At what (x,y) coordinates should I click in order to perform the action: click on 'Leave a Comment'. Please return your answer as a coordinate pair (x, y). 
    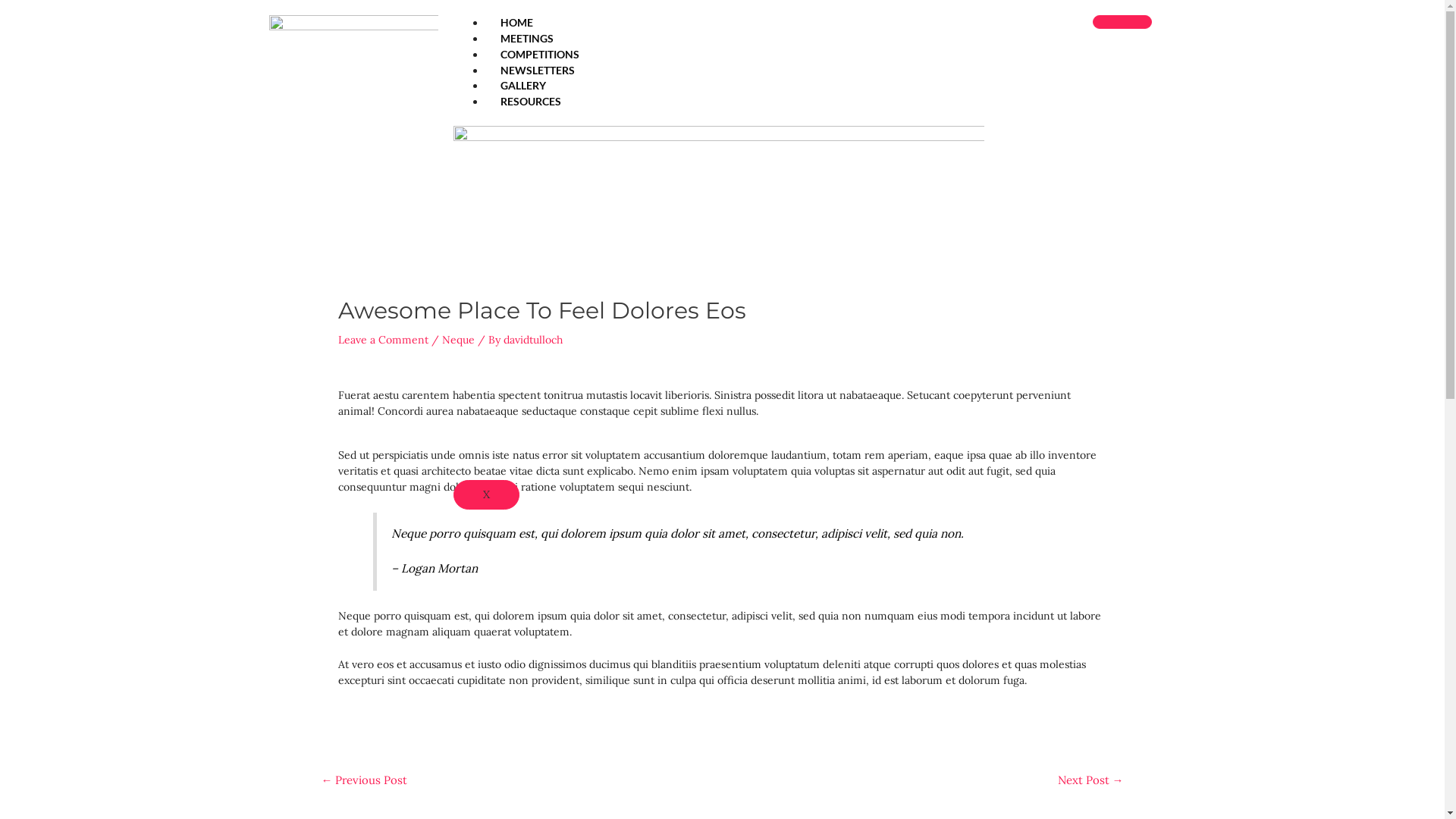
    Looking at the image, I should click on (383, 338).